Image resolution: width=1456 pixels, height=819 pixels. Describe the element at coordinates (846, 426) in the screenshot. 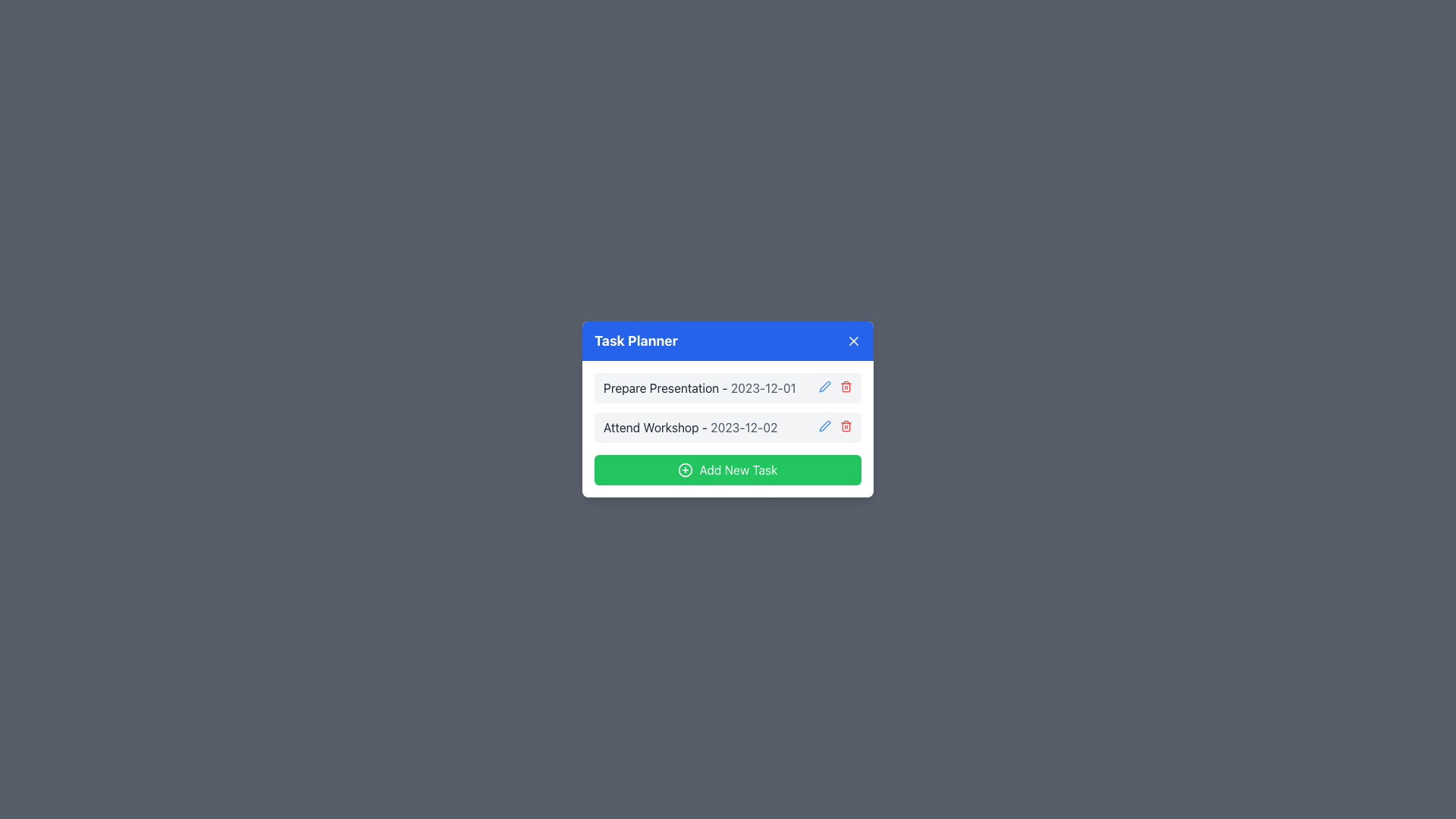

I see `the deletion button located in the second row of tasks within the 'Task Planner' dialog box` at that location.